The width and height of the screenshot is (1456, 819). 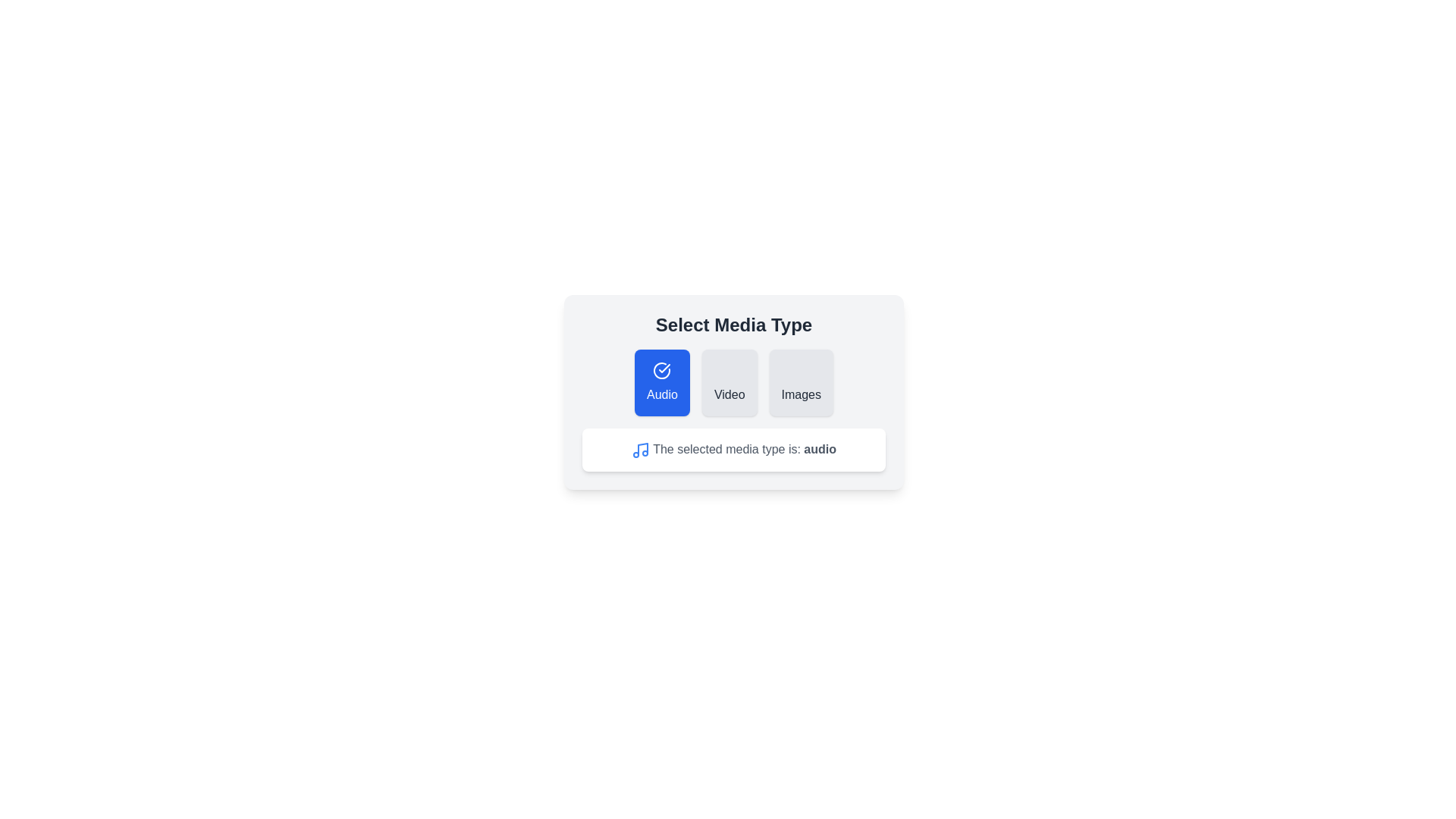 What do you see at coordinates (800, 382) in the screenshot?
I see `the 'Images' button located below the title 'Select Media Type'` at bounding box center [800, 382].